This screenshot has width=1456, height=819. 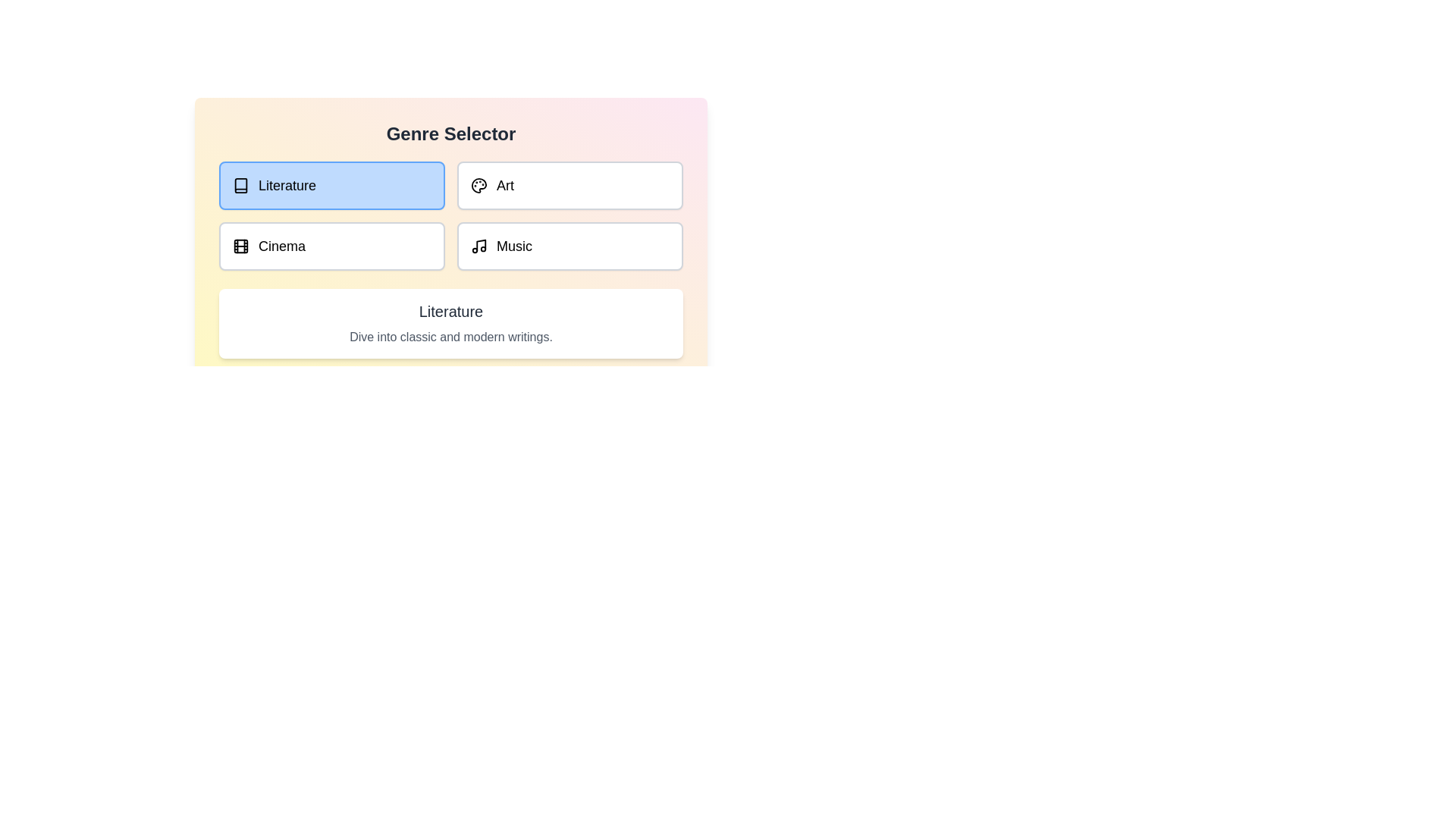 What do you see at coordinates (479, 185) in the screenshot?
I see `the 'Art' button, which is the second item in the top row of the genre selection section` at bounding box center [479, 185].